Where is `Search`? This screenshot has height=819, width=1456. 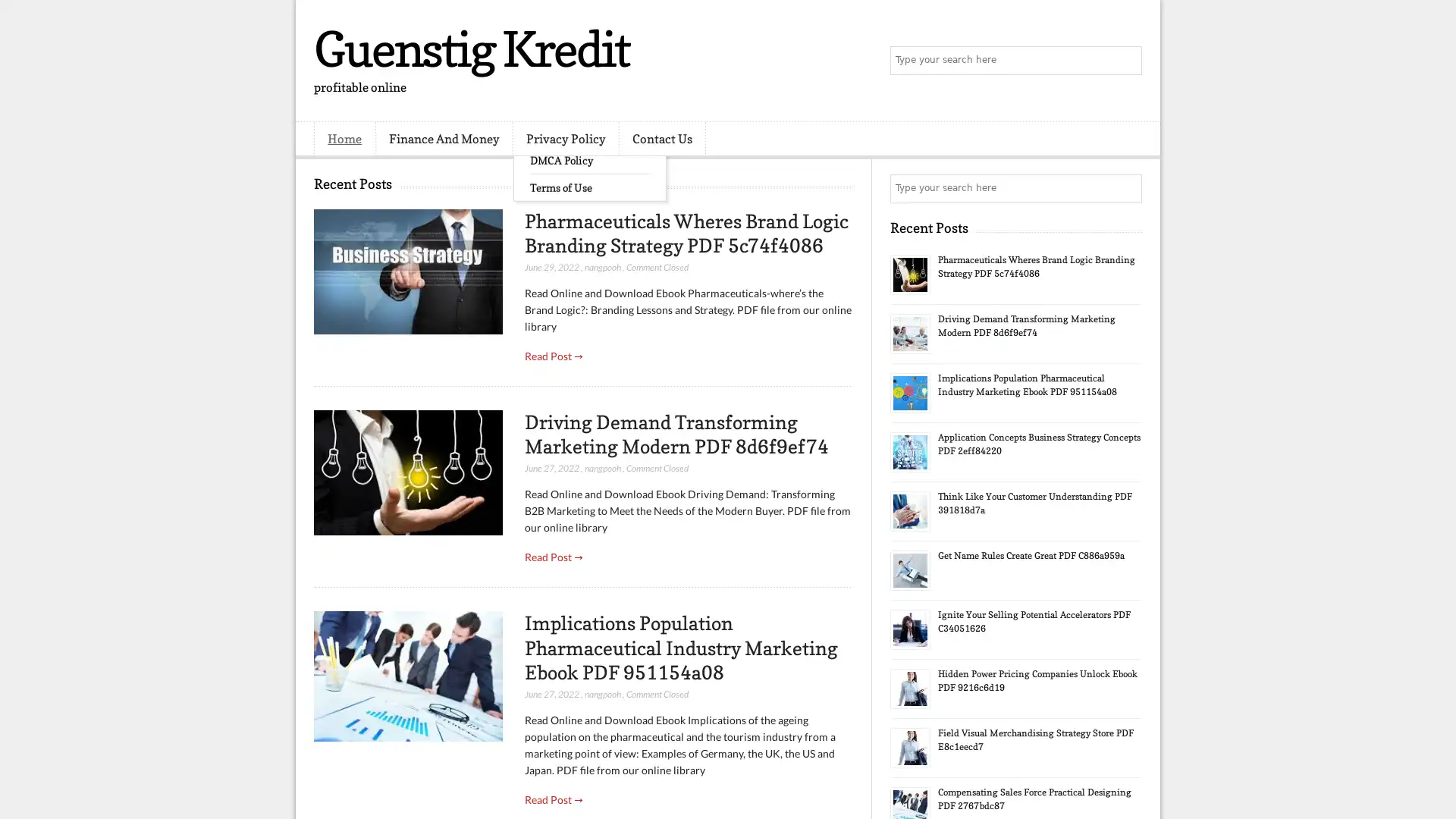
Search is located at coordinates (1126, 188).